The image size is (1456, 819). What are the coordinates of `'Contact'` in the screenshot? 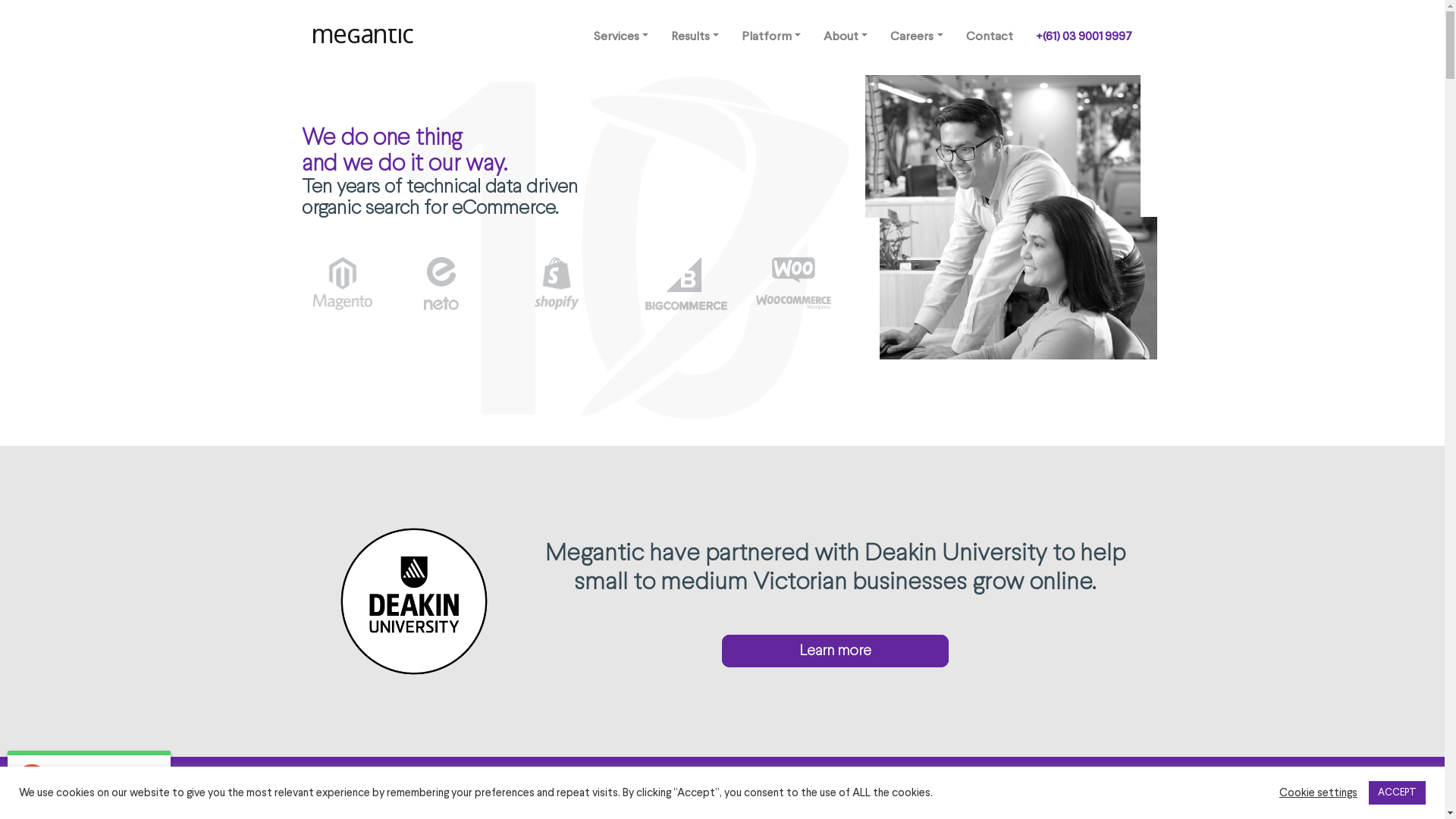 It's located at (989, 36).